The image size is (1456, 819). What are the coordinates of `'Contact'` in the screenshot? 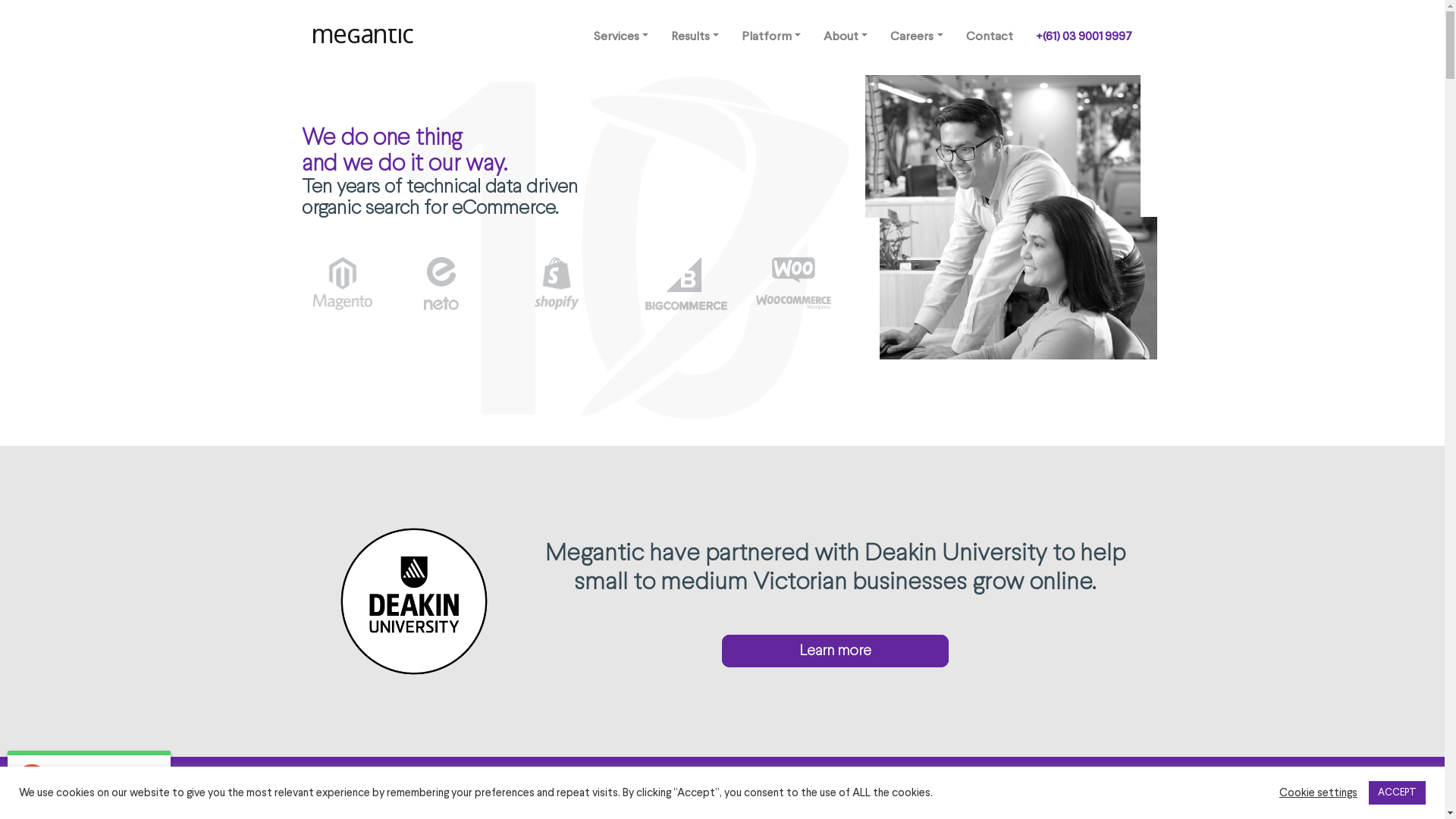 It's located at (989, 36).